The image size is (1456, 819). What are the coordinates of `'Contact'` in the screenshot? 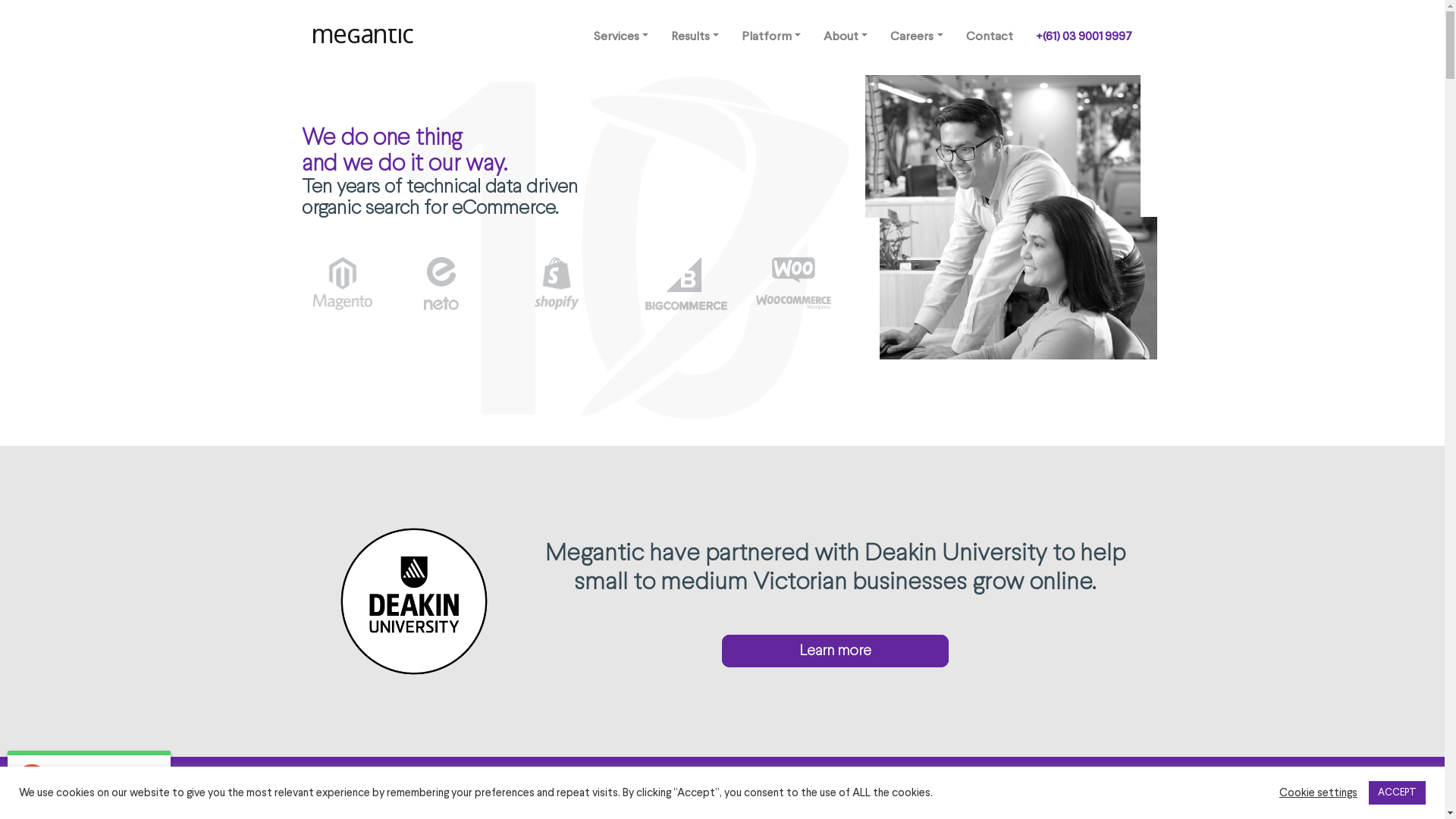 It's located at (989, 36).